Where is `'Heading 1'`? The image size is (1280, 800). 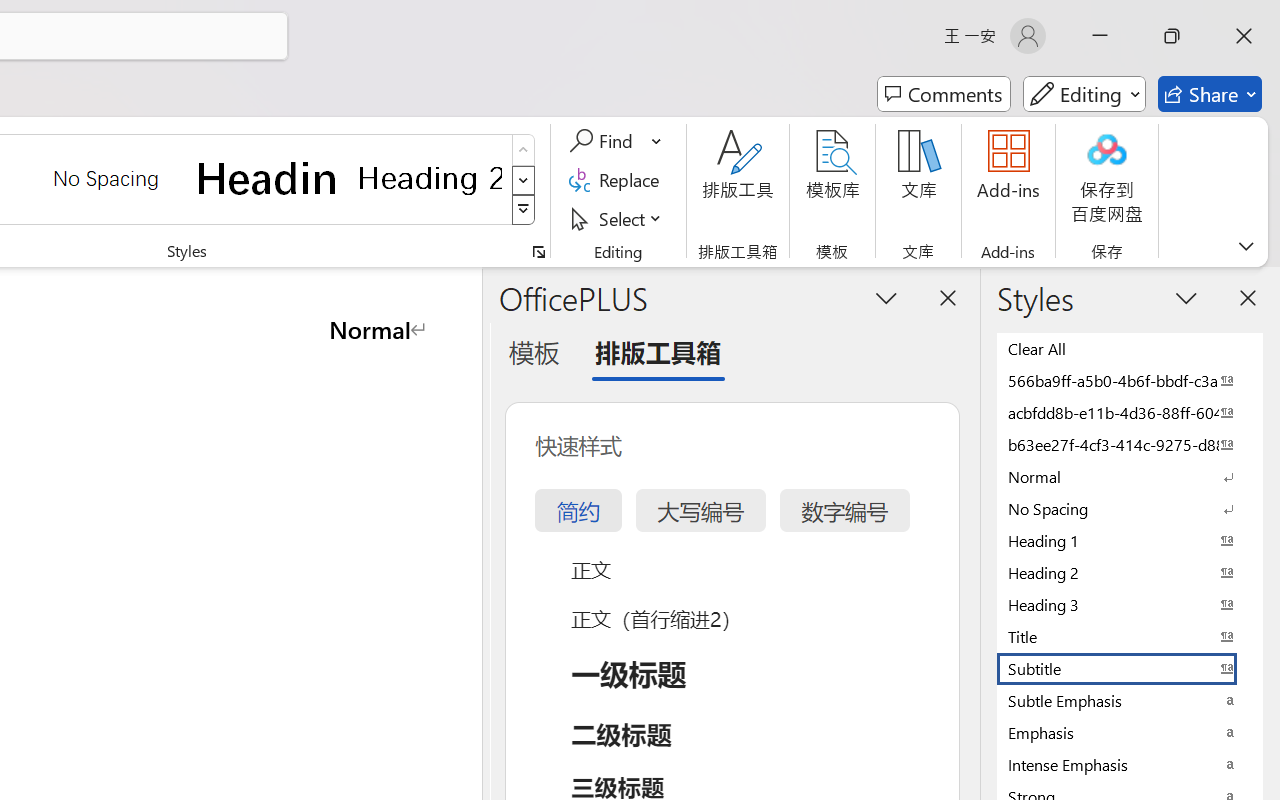
'Heading 1' is located at coordinates (267, 177).